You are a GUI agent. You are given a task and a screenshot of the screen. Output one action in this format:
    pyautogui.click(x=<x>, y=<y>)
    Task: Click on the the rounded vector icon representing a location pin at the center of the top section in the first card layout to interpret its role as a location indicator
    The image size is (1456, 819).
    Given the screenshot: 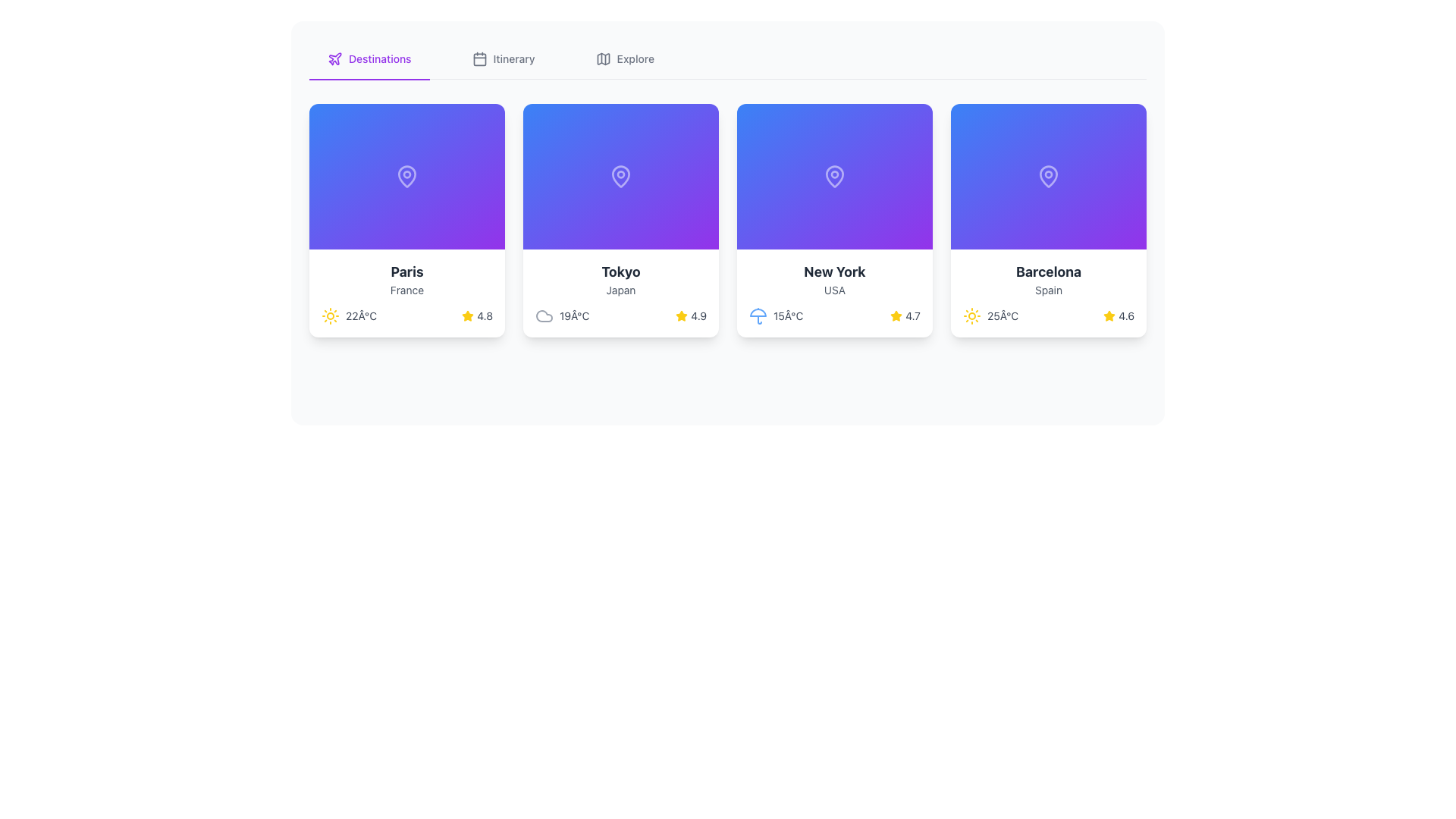 What is the action you would take?
    pyautogui.click(x=407, y=174)
    